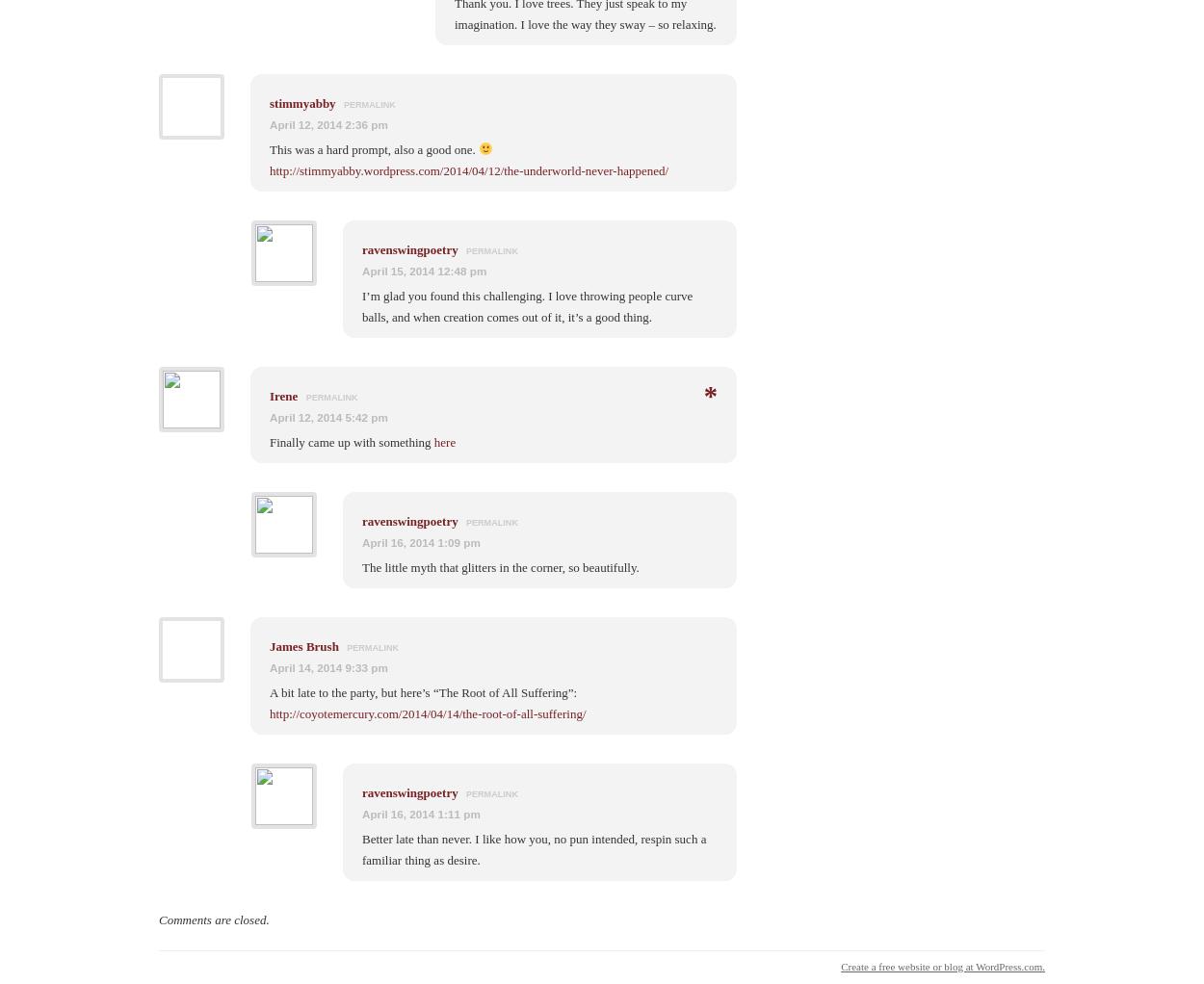 The image size is (1204, 984). What do you see at coordinates (422, 691) in the screenshot?
I see `'A bit late to the party, but here’s “The Root of All Suffering”:'` at bounding box center [422, 691].